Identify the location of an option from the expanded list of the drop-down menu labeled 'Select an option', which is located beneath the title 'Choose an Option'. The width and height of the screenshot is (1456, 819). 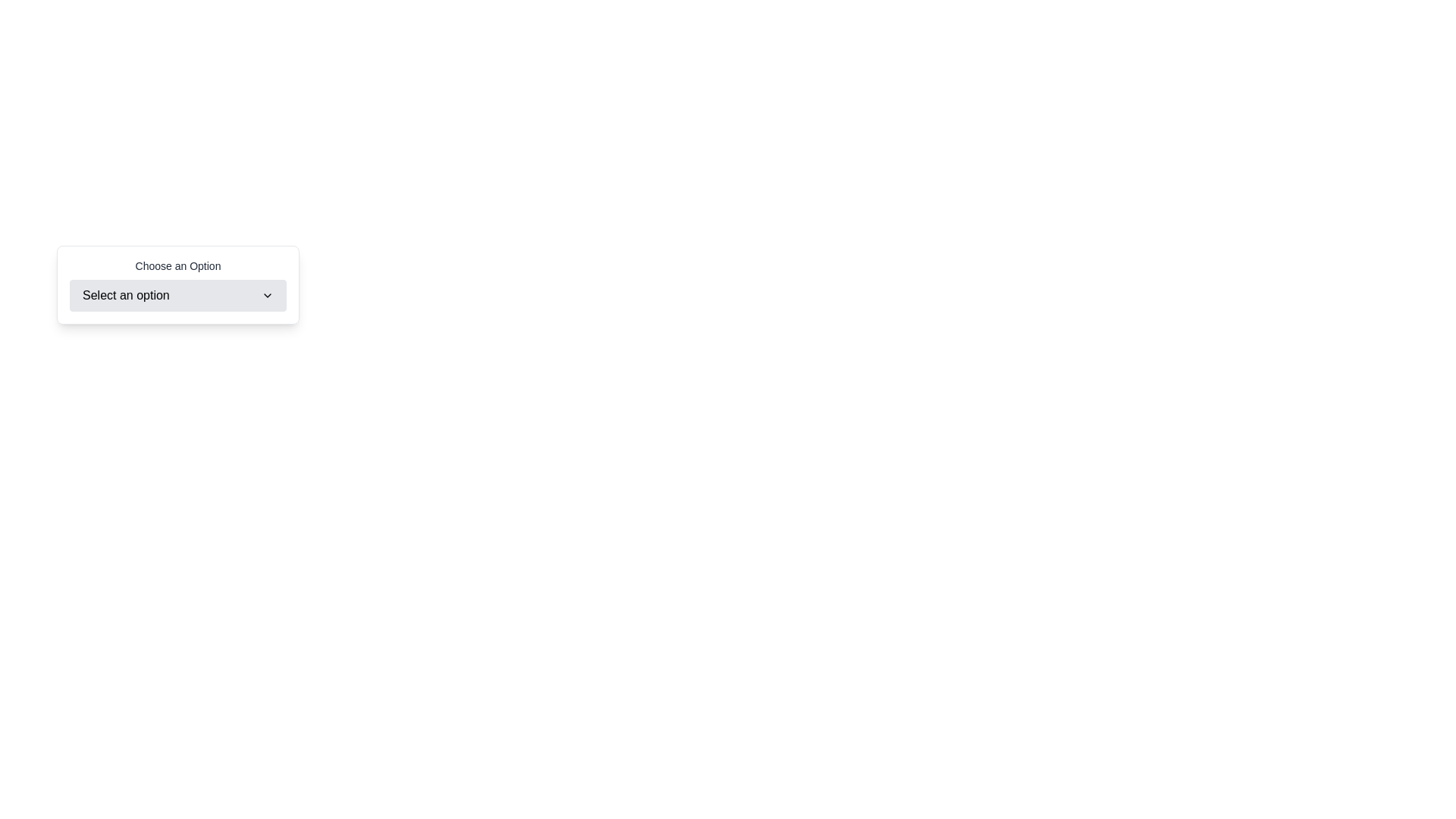
(178, 295).